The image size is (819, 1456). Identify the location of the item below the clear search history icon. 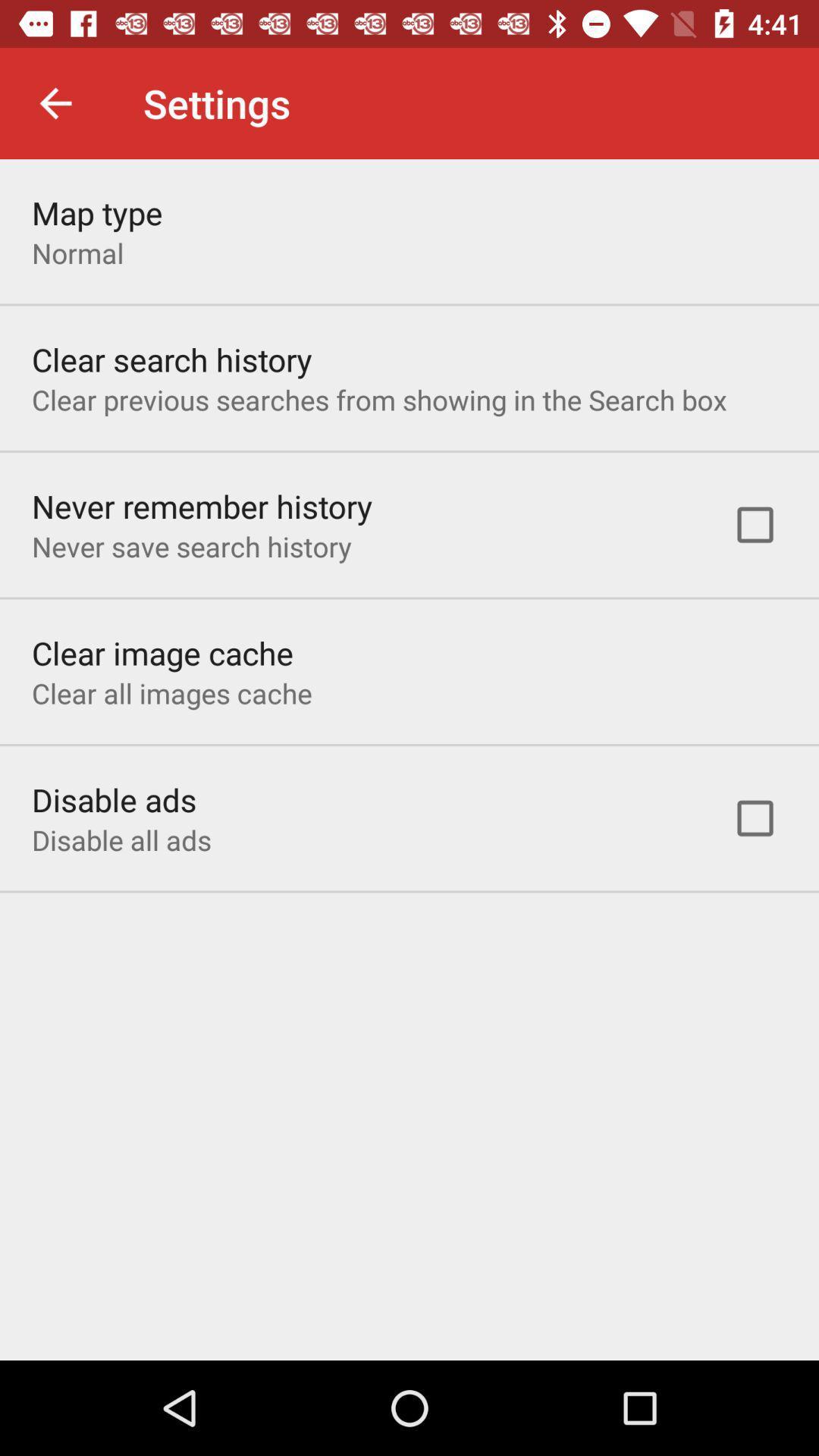
(378, 400).